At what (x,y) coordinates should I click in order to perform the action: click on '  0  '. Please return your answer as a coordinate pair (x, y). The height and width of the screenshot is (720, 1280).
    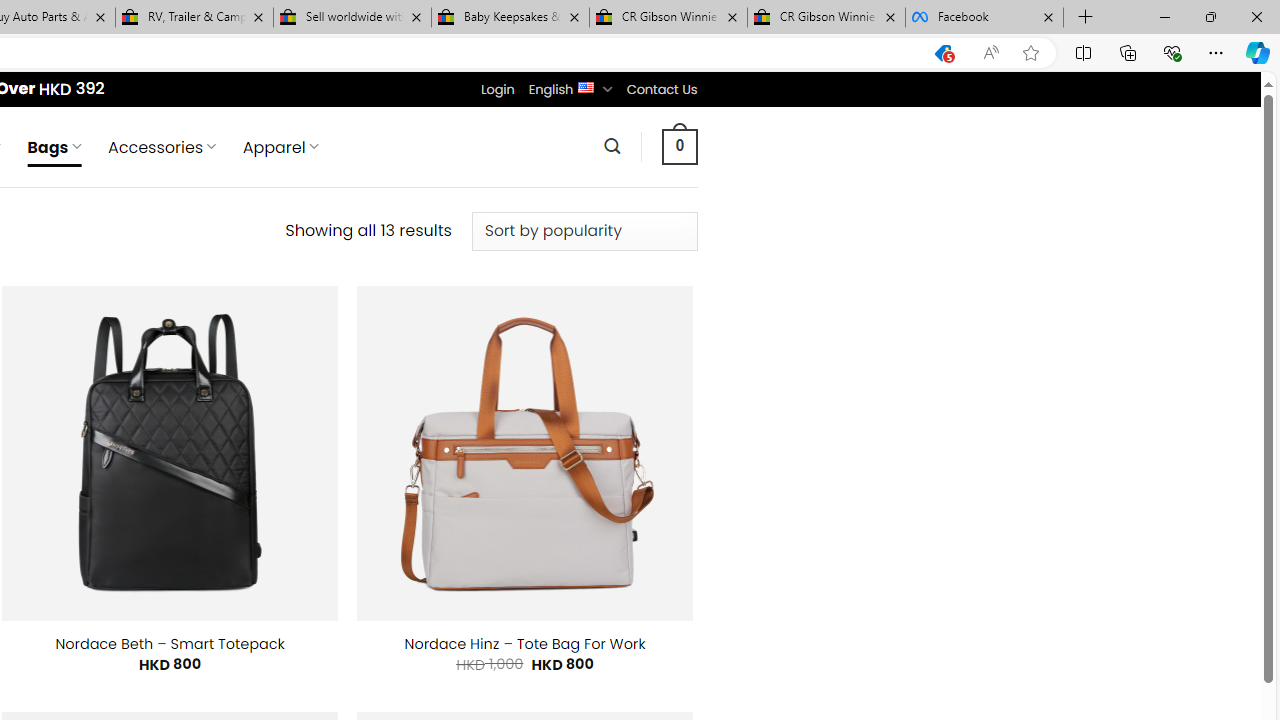
    Looking at the image, I should click on (679, 145).